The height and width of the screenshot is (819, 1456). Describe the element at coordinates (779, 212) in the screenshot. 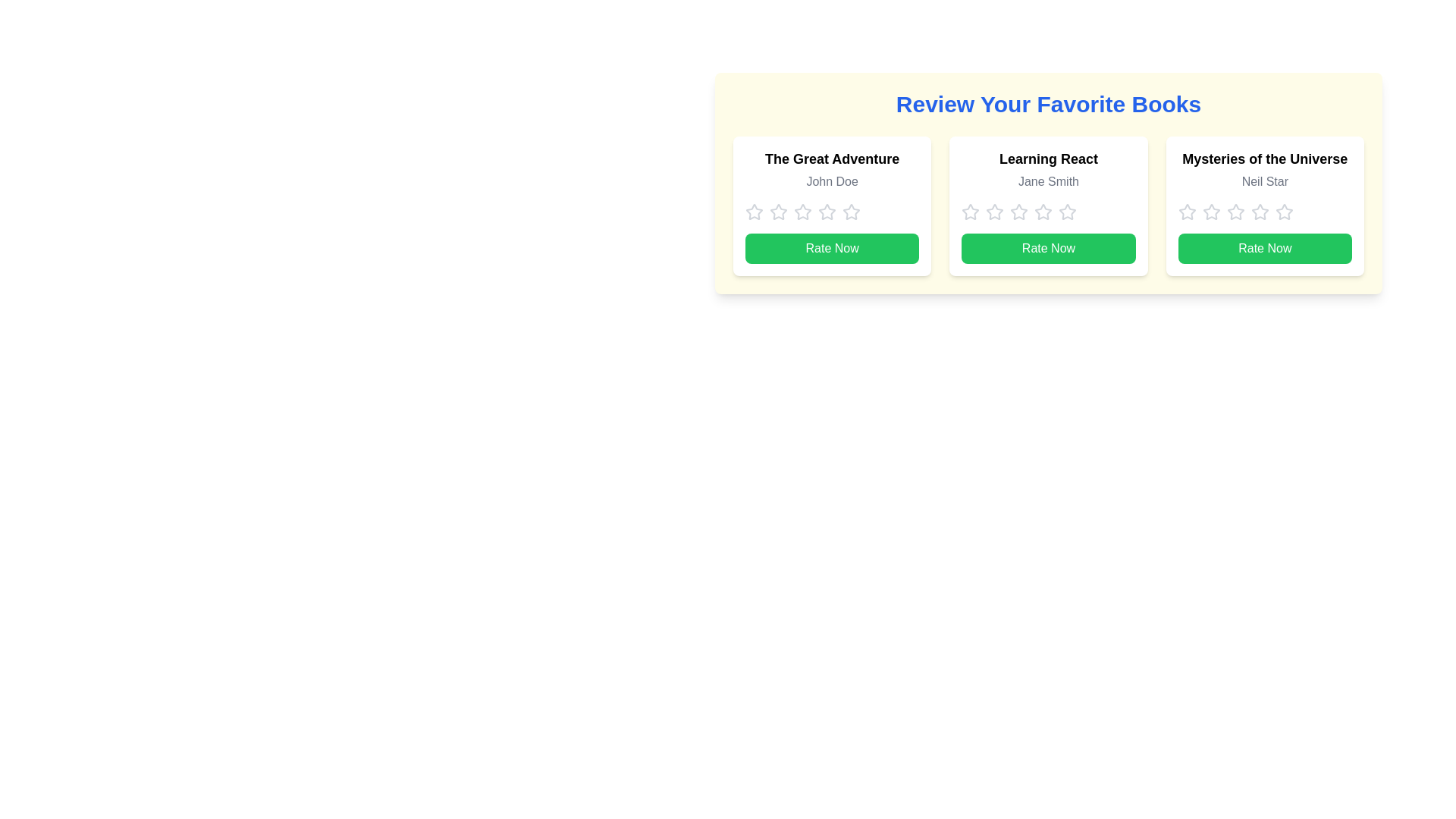

I see `the second hollow star icon in the rating system below the title 'The Great Adventure'` at that location.